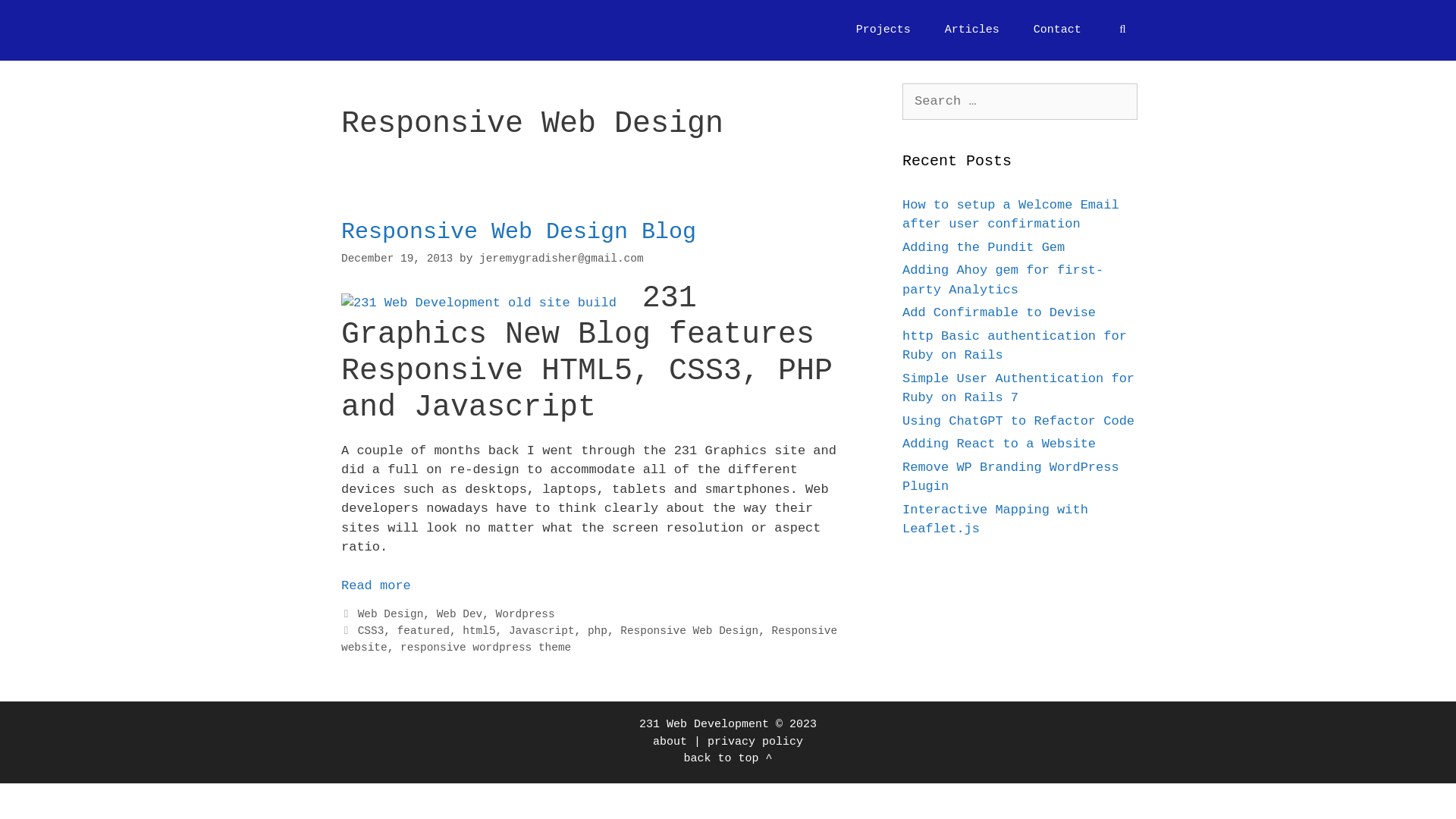  What do you see at coordinates (1011, 475) in the screenshot?
I see `'Remove WP Branding WordPress Plugin'` at bounding box center [1011, 475].